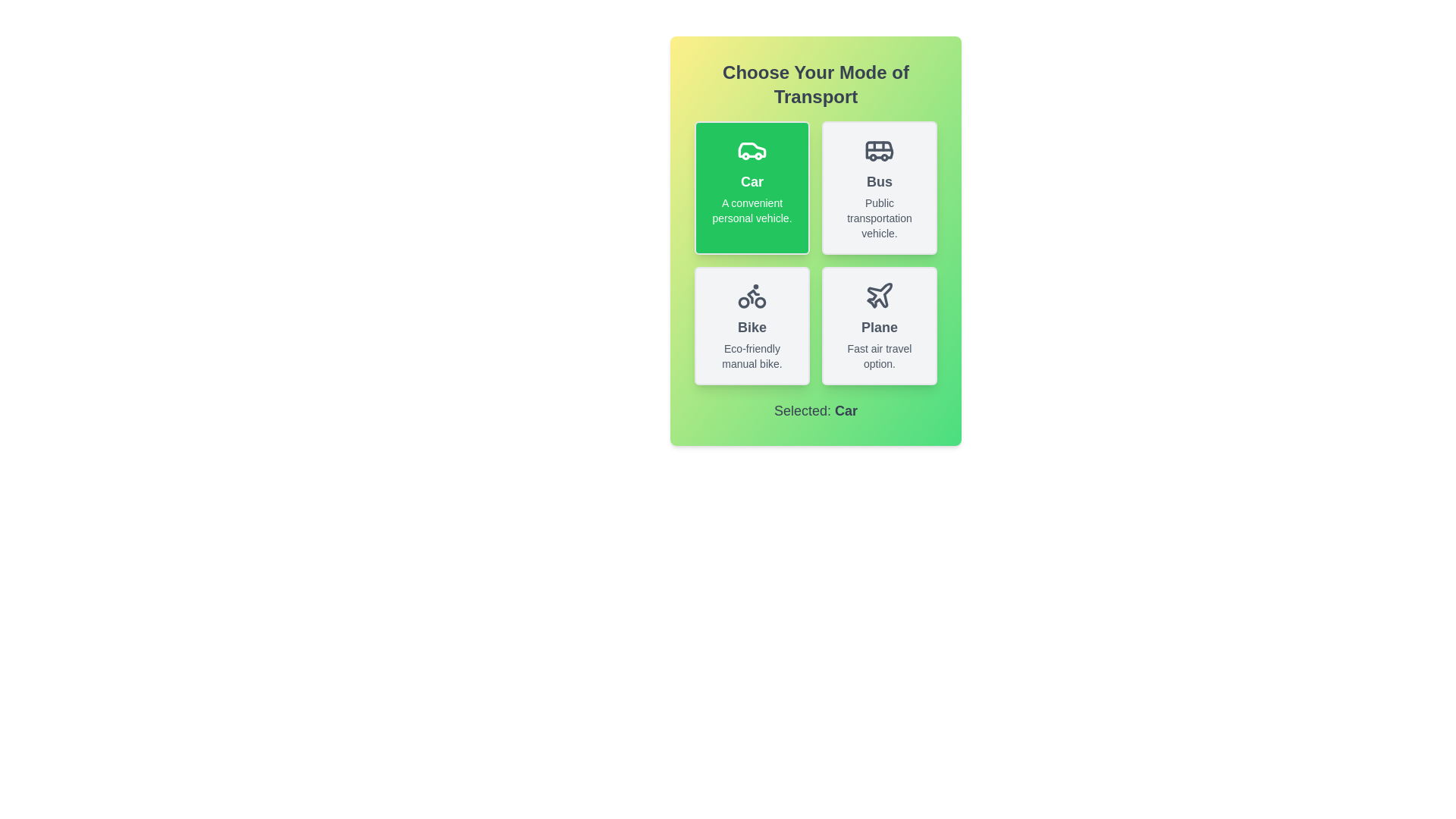 This screenshot has width=1456, height=819. I want to click on the button for Bus to view its hover effect, so click(880, 187).